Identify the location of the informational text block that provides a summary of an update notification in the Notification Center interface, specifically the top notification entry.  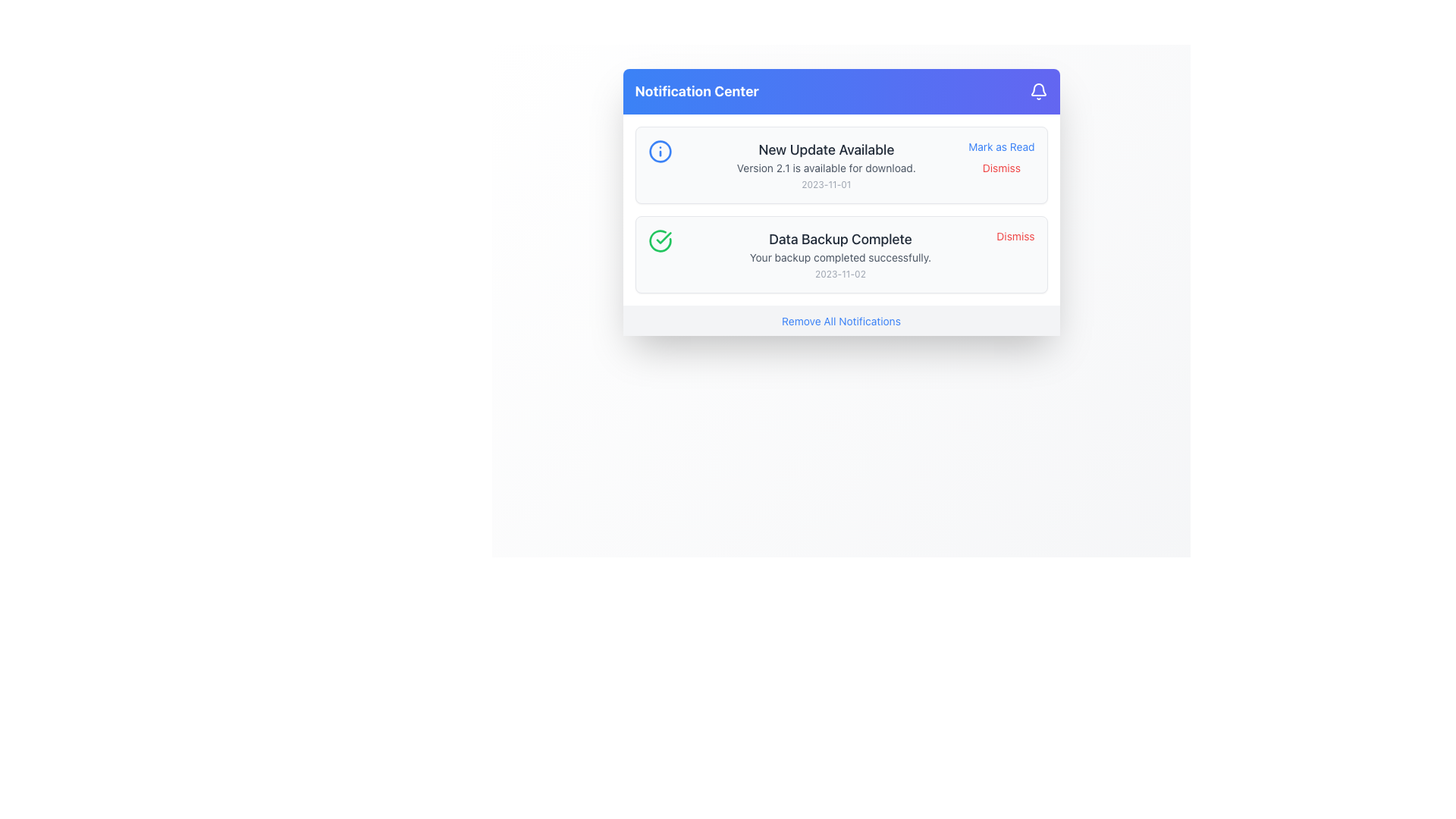
(825, 165).